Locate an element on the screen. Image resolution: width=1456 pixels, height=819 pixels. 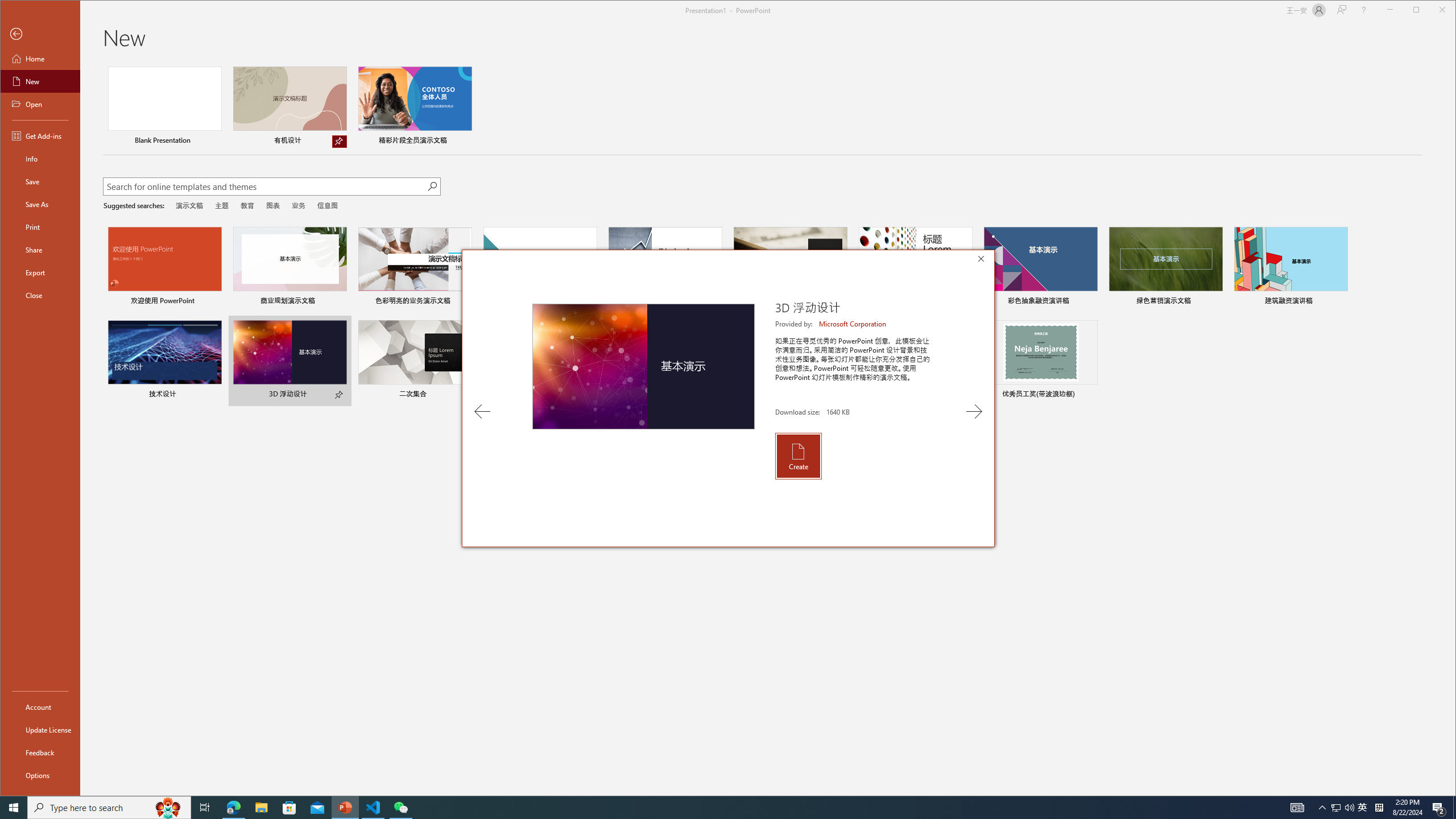
'Create' is located at coordinates (797, 455).